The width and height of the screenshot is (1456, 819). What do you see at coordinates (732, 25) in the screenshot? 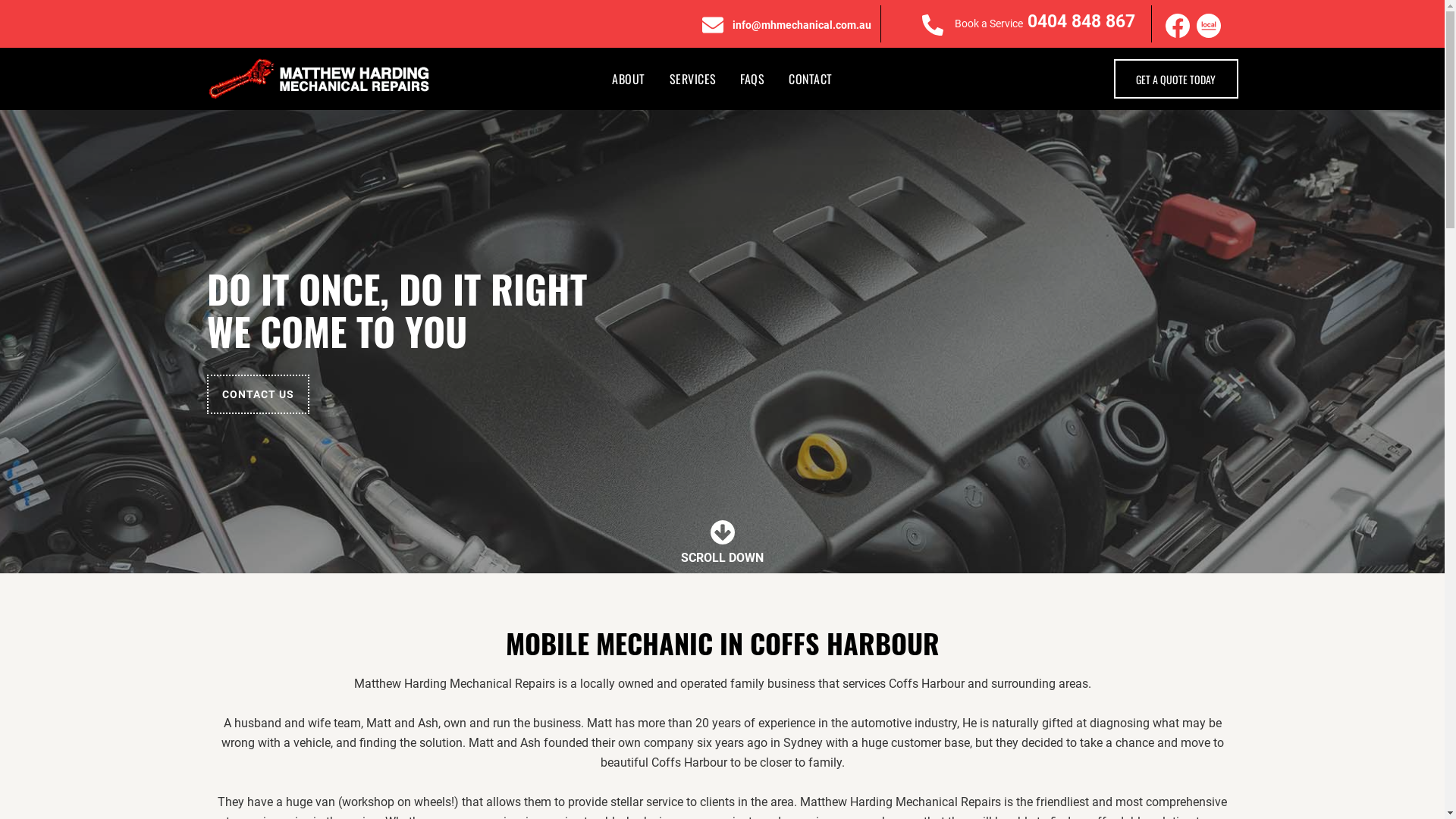
I see `'info@mhmechanical.com.au'` at bounding box center [732, 25].